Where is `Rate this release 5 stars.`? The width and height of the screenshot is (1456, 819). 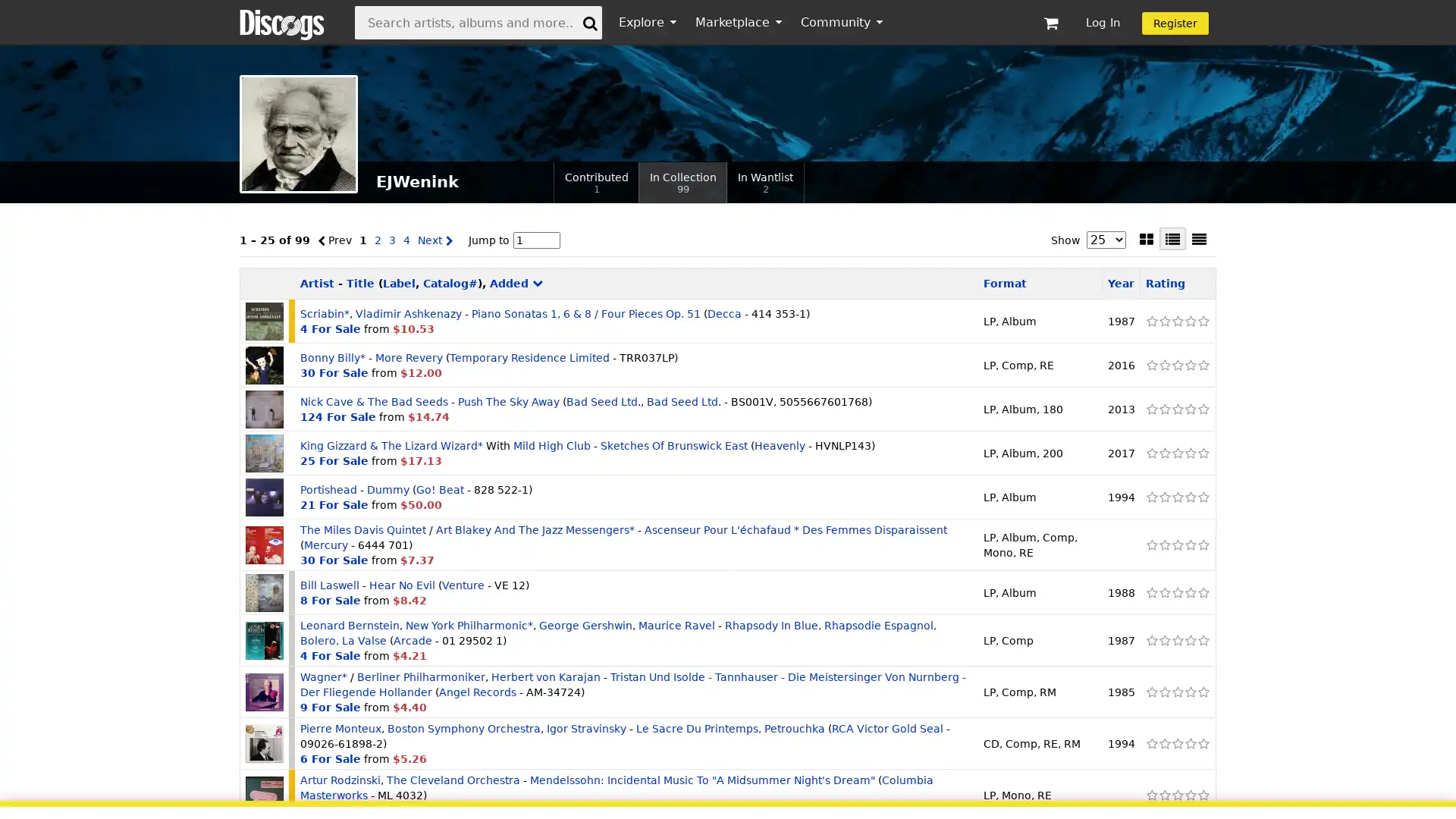
Rate this release 5 stars. is located at coordinates (1202, 497).